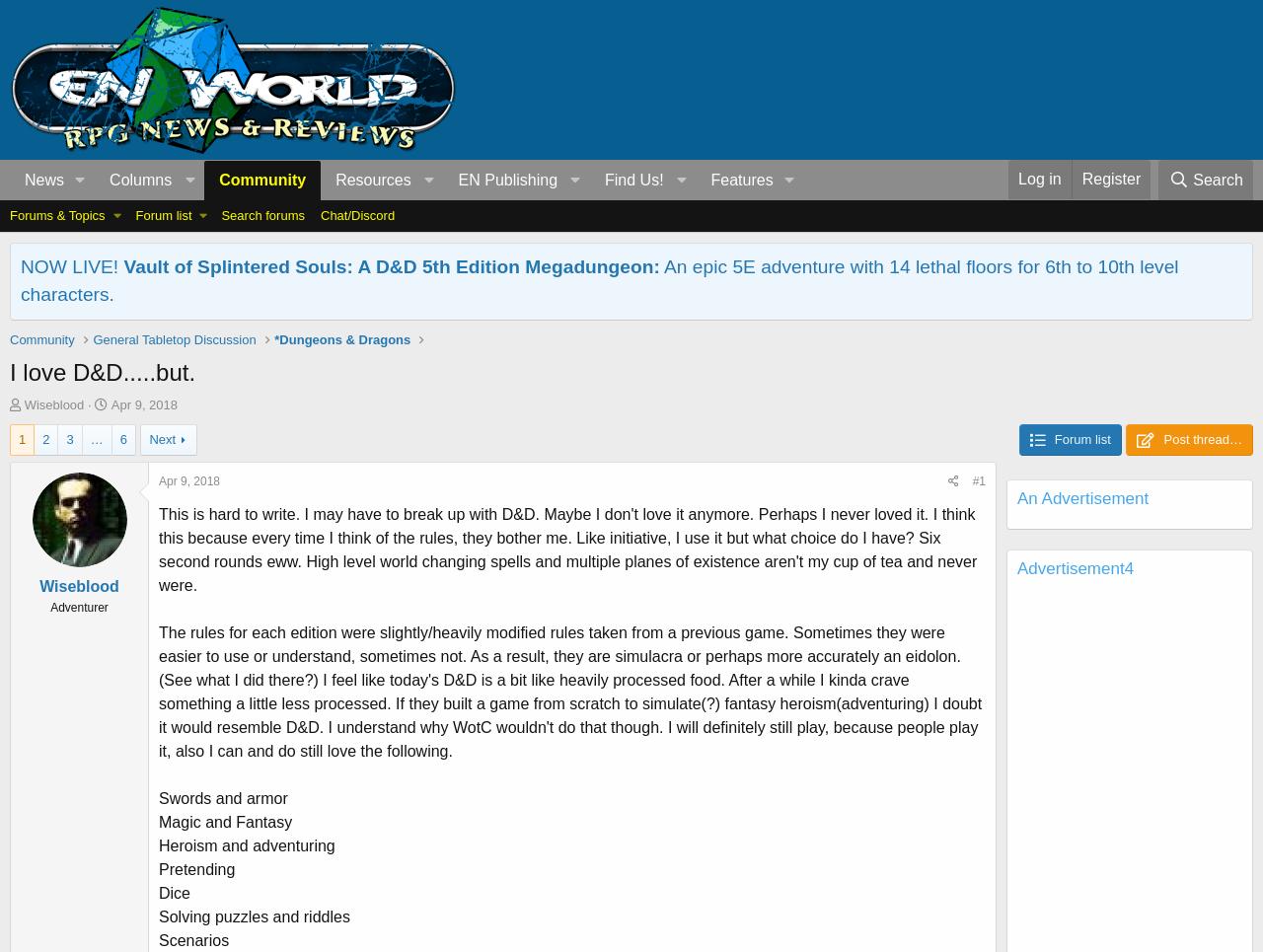 Image resolution: width=1263 pixels, height=952 pixels. What do you see at coordinates (261, 215) in the screenshot?
I see `'Search forums'` at bounding box center [261, 215].